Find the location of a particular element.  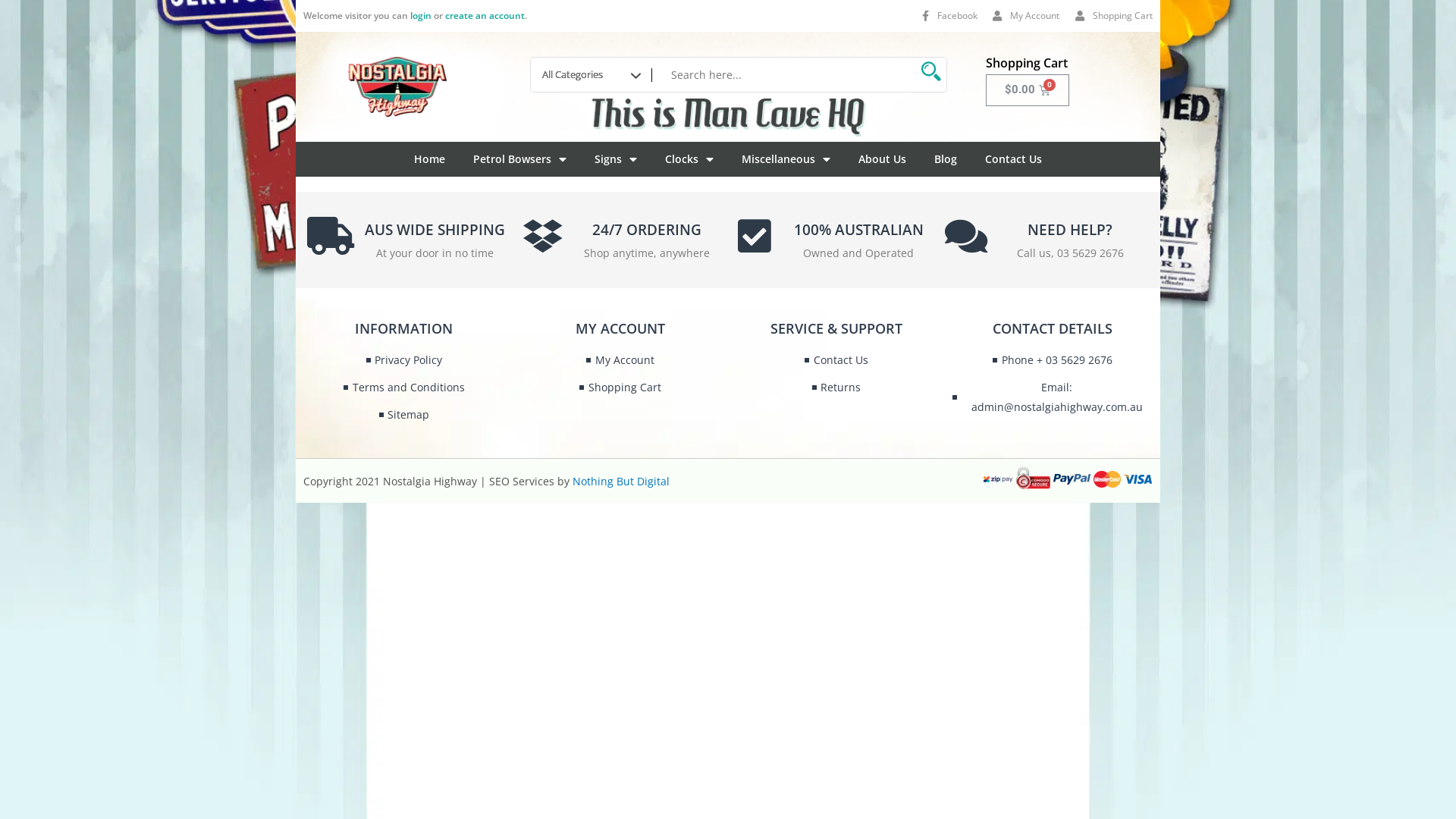

'NEED HELP?' is located at coordinates (1069, 230).